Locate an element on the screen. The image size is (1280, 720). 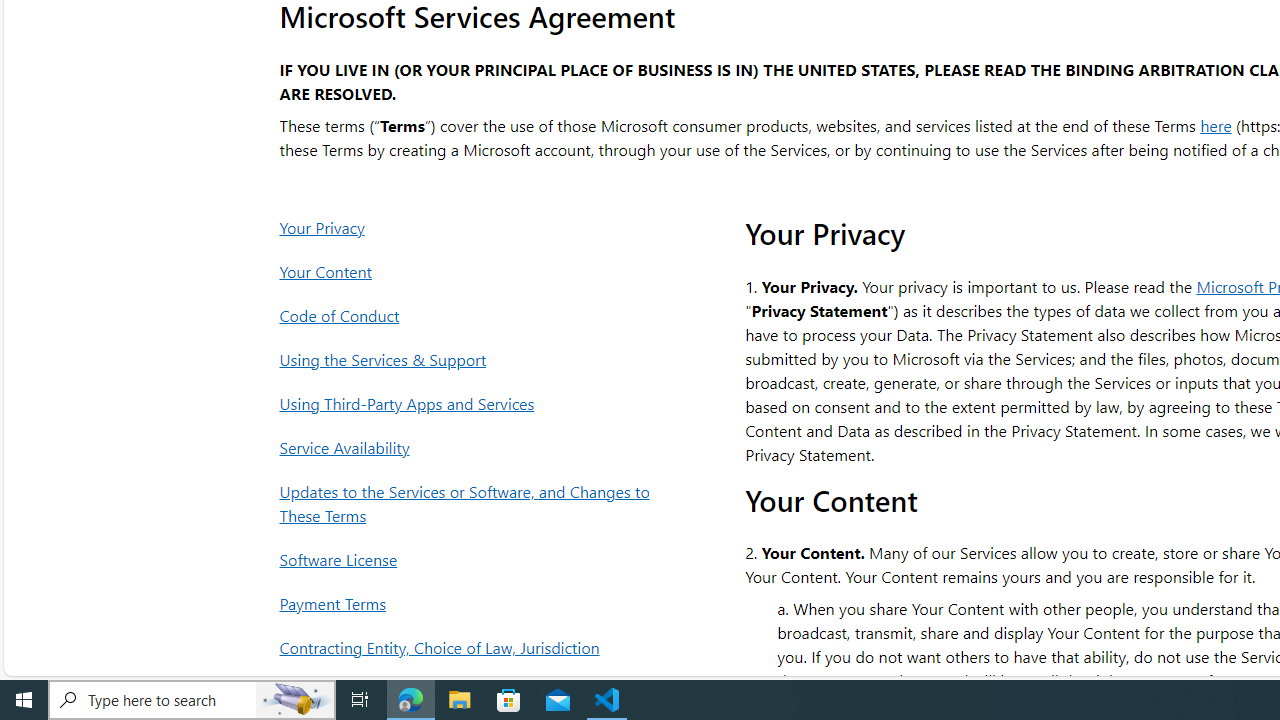
'Contracting Entity, Choice of Law, Jurisdiction' is located at coordinates (469, 647).